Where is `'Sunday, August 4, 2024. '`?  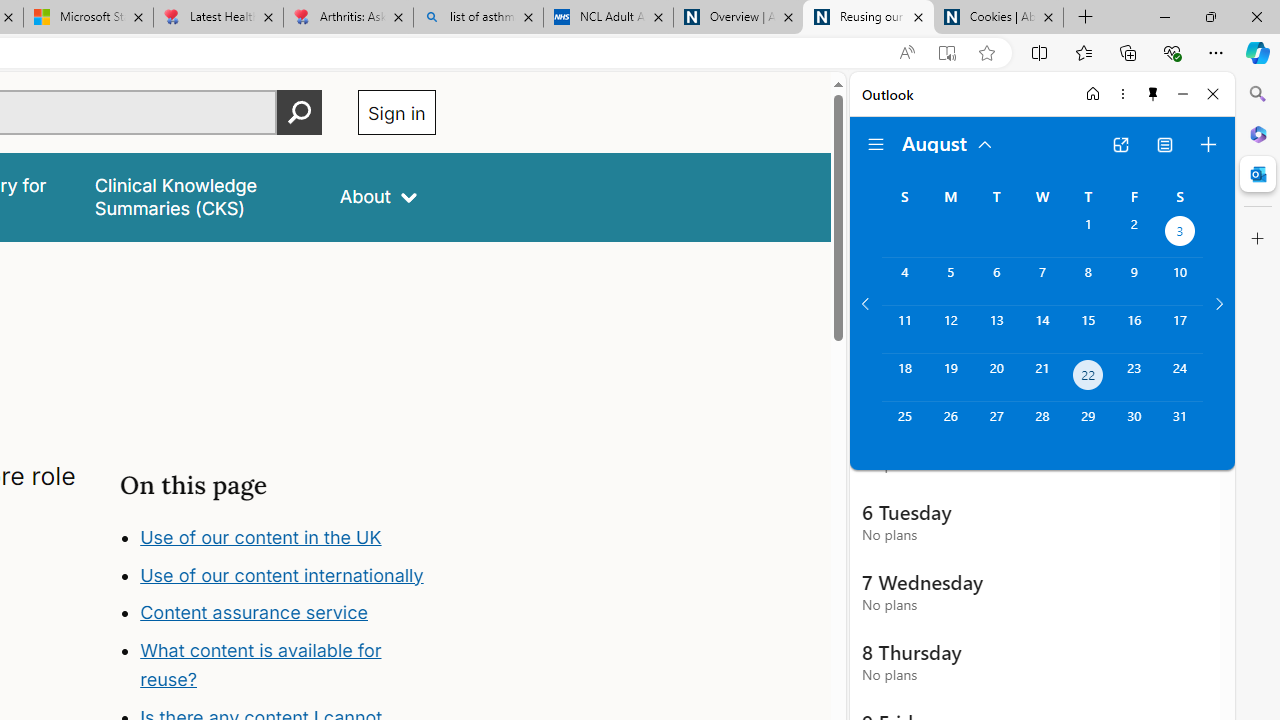
'Sunday, August 4, 2024. ' is located at coordinates (903, 281).